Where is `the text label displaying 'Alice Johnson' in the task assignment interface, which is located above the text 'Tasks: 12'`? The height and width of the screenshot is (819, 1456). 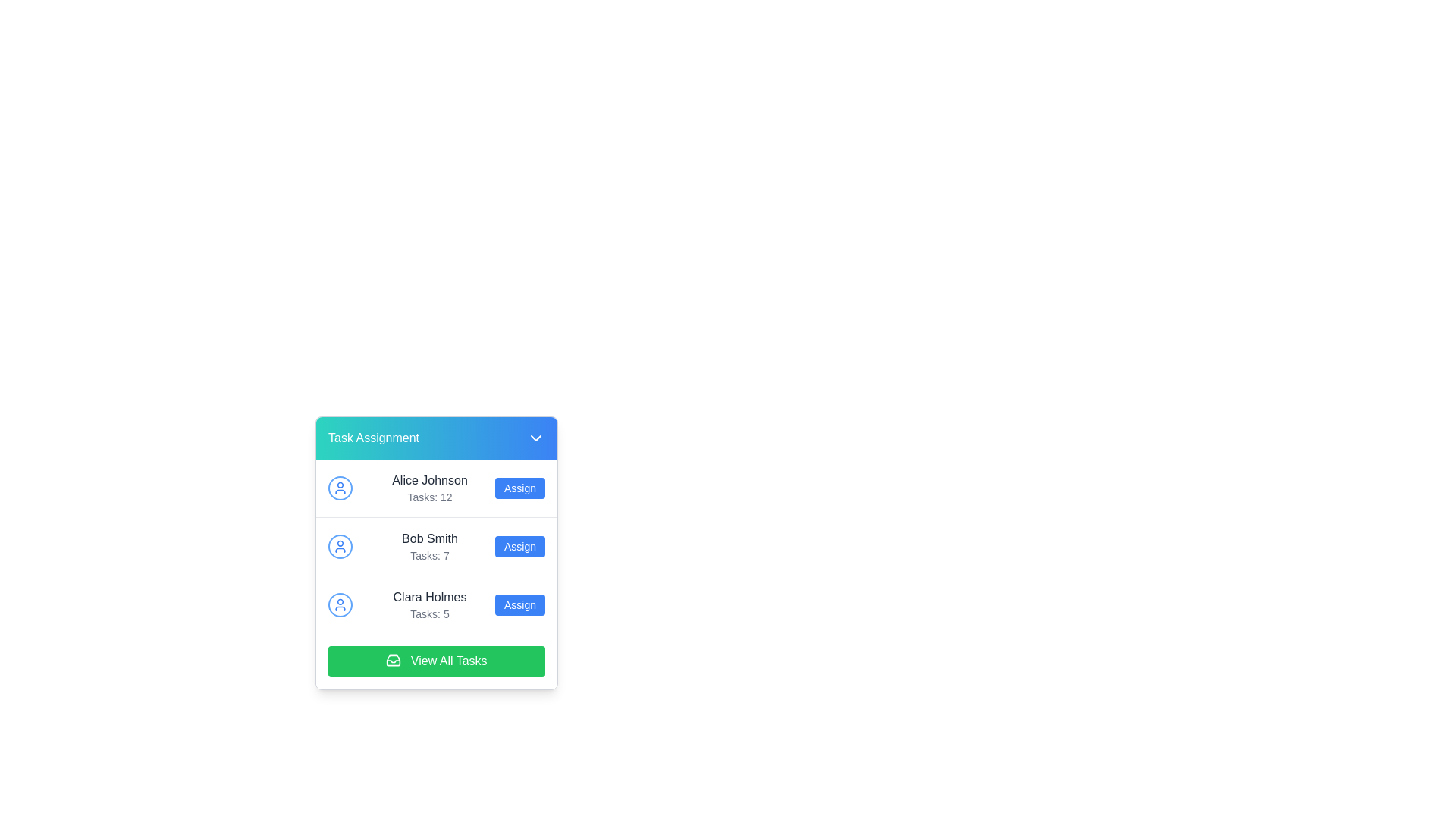 the text label displaying 'Alice Johnson' in the task assignment interface, which is located above the text 'Tasks: 12' is located at coordinates (428, 480).